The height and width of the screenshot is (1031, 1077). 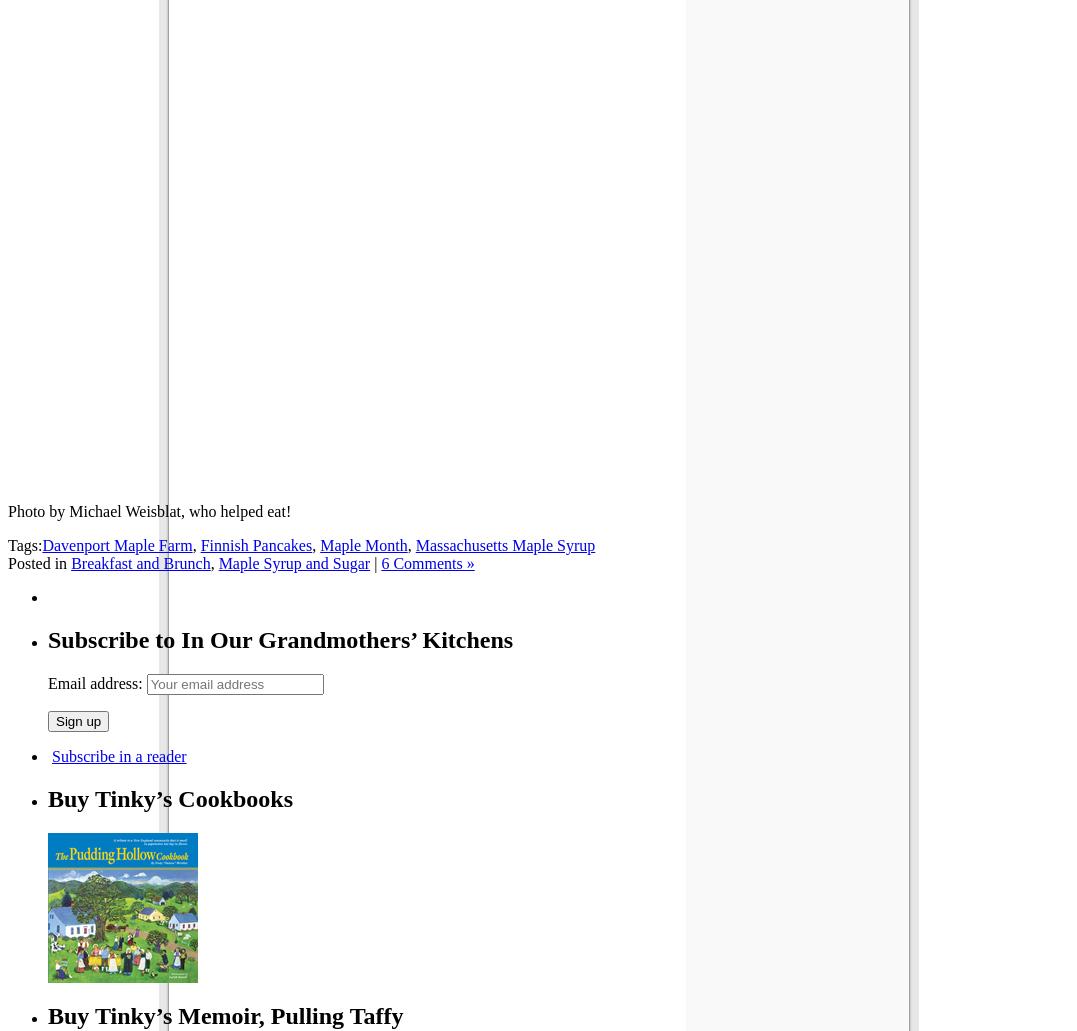 What do you see at coordinates (42, 544) in the screenshot?
I see `'Davenport Maple Farm'` at bounding box center [42, 544].